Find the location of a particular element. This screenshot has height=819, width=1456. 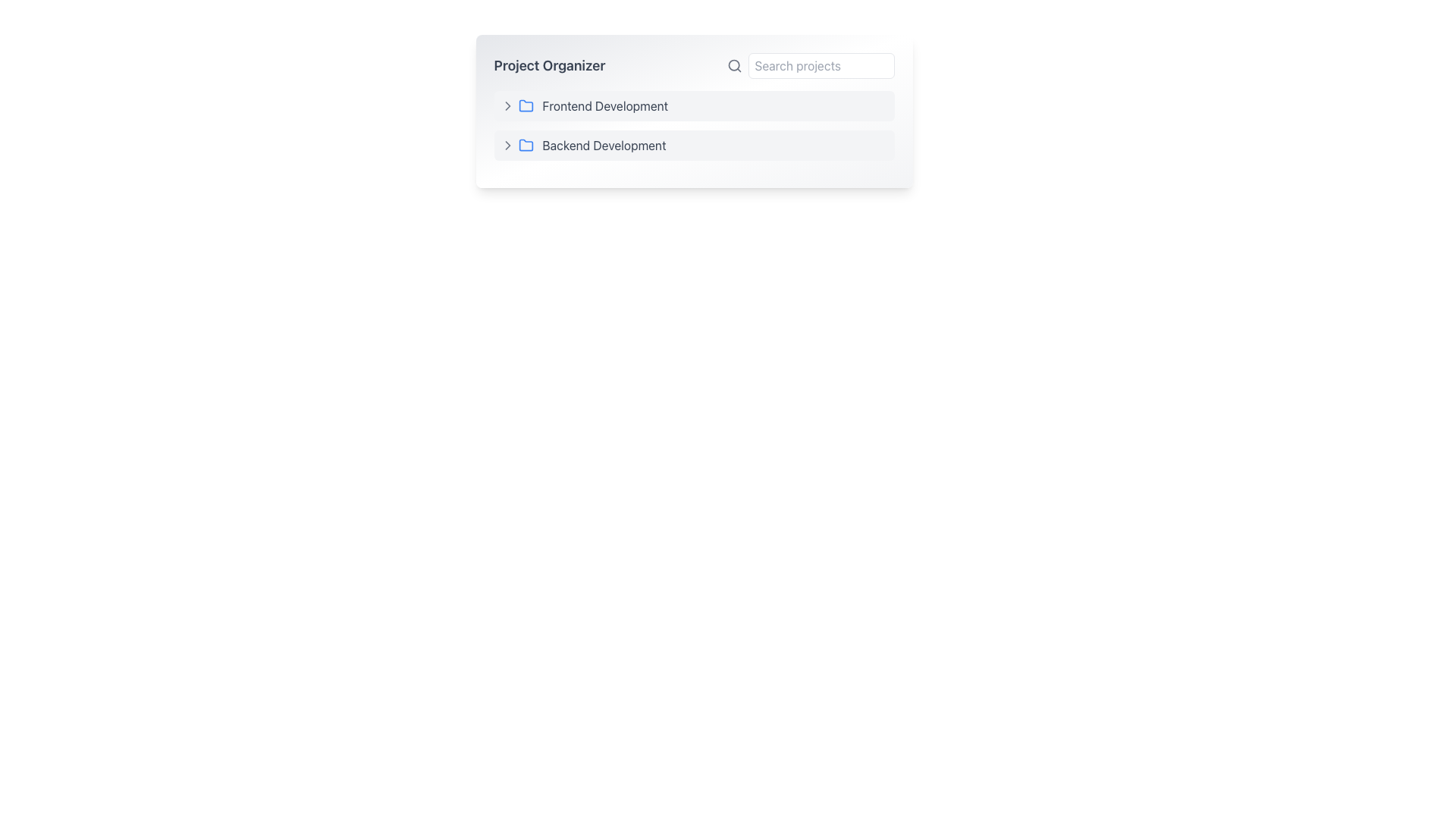

the 'Frontend Development' text label in the 'Project Organizer' section, which is styled with a gray font color and has a slight margin to the left is located at coordinates (604, 105).